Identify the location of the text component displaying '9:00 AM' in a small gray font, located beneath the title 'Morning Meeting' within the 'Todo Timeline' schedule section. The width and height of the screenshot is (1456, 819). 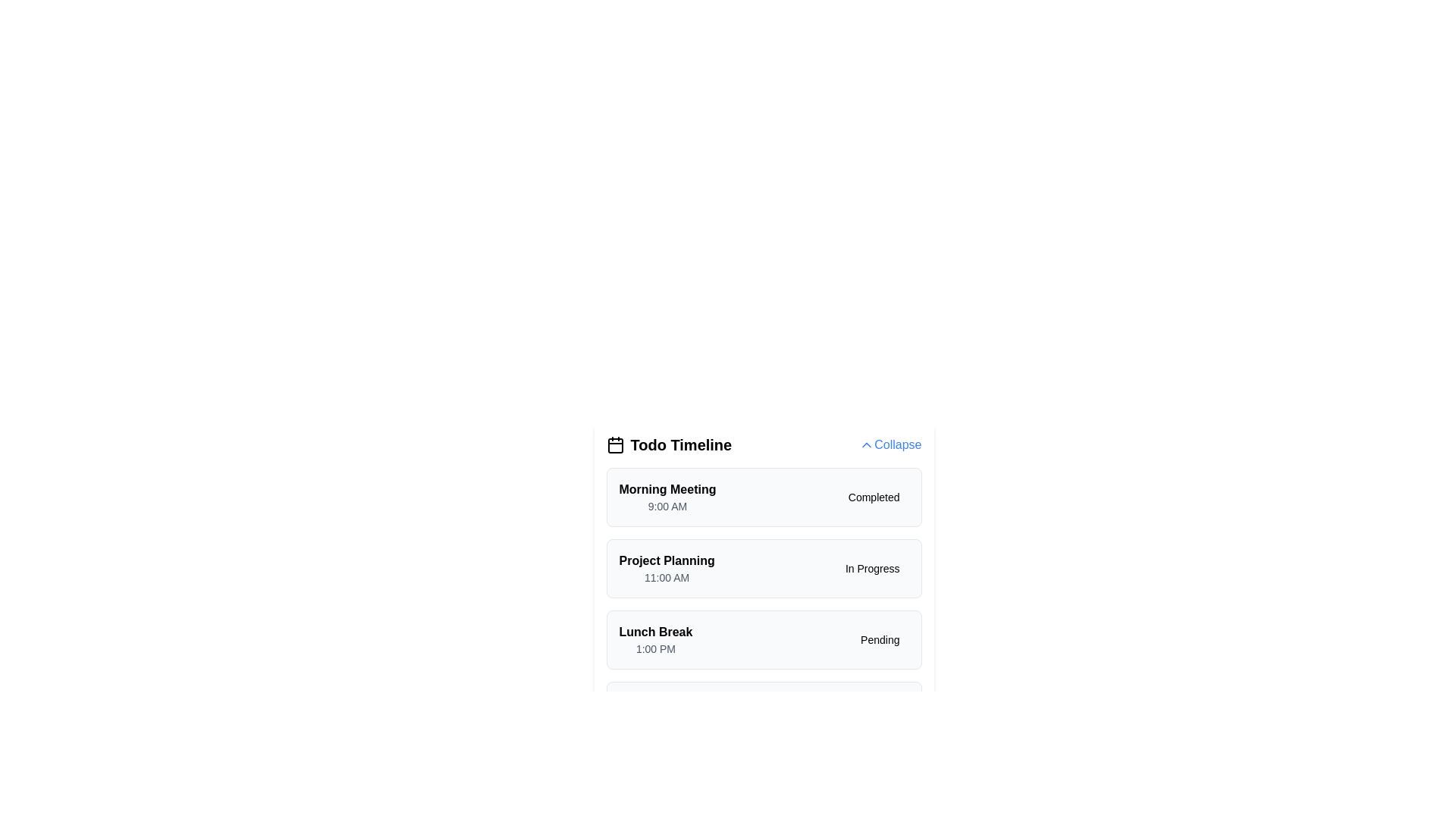
(667, 506).